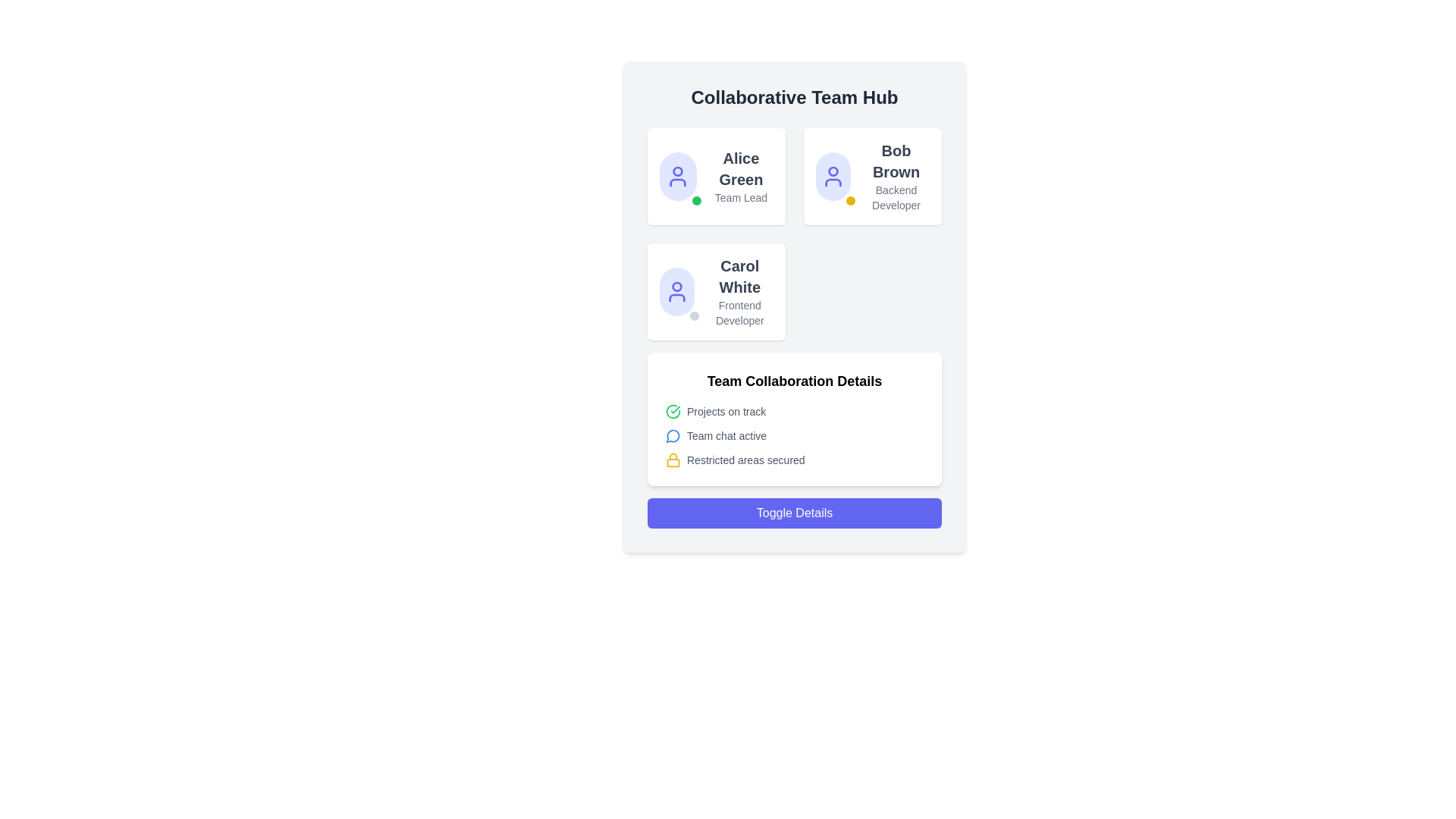 The width and height of the screenshot is (1456, 819). What do you see at coordinates (726, 412) in the screenshot?
I see `text label displaying 'Projects on track', which is a small gray font located in the 'Team Collaboration Details' section, positioned to the right of a green check icon` at bounding box center [726, 412].